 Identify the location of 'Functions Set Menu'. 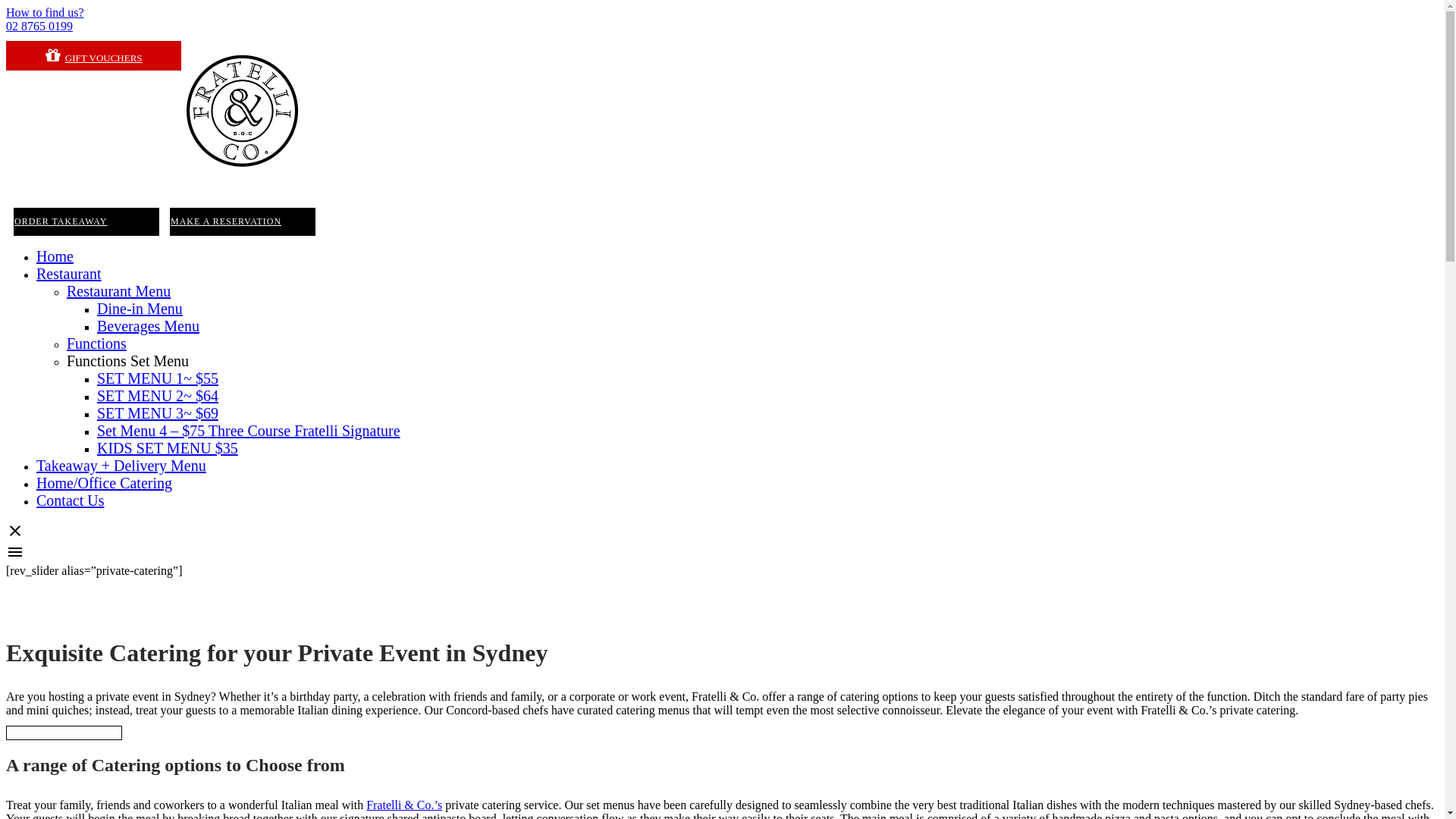
(127, 360).